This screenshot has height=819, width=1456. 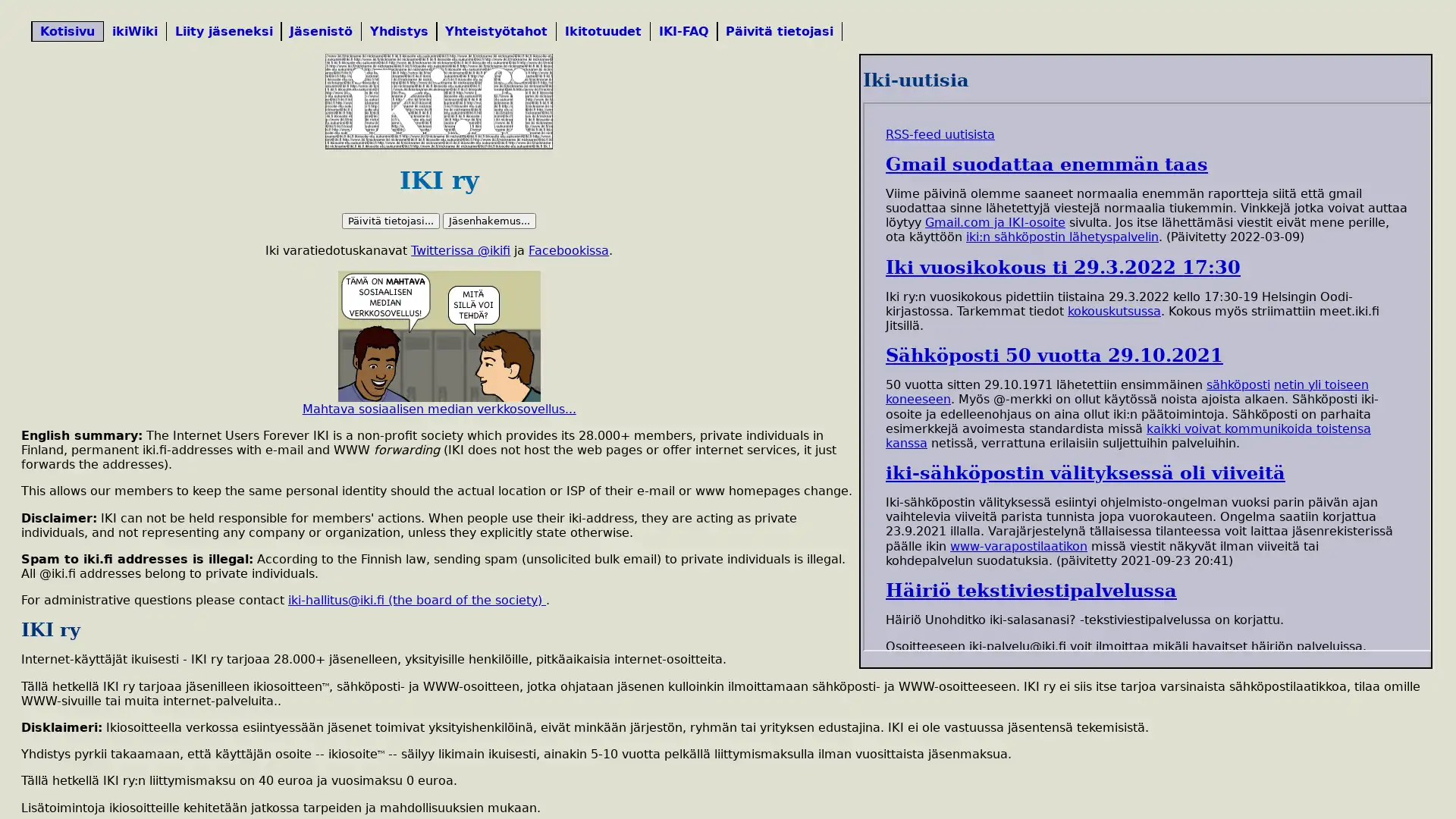 What do you see at coordinates (391, 221) in the screenshot?
I see `Paivita tietojasi...` at bounding box center [391, 221].